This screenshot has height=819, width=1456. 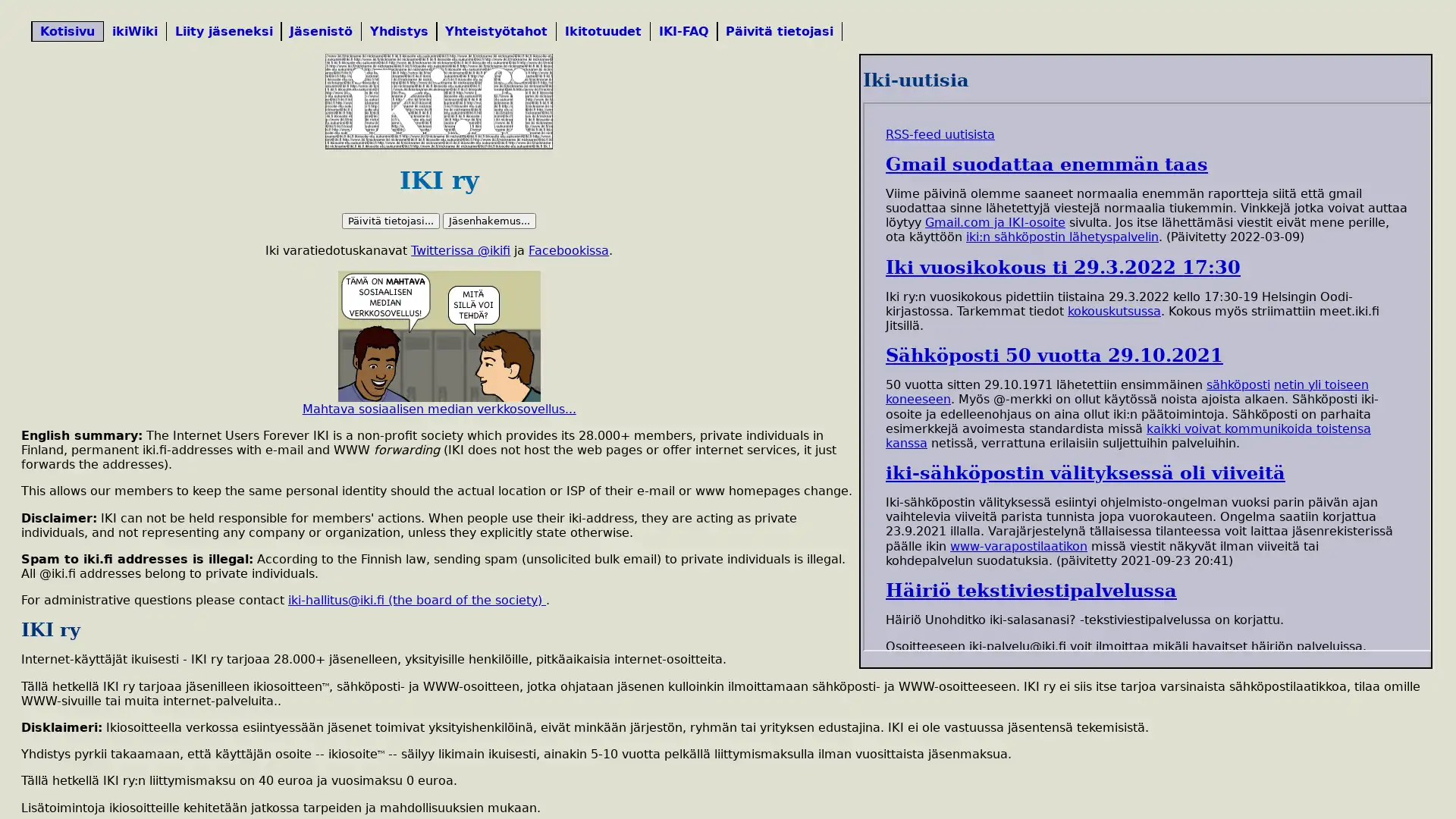 What do you see at coordinates (391, 221) in the screenshot?
I see `Paivita tietojasi...` at bounding box center [391, 221].